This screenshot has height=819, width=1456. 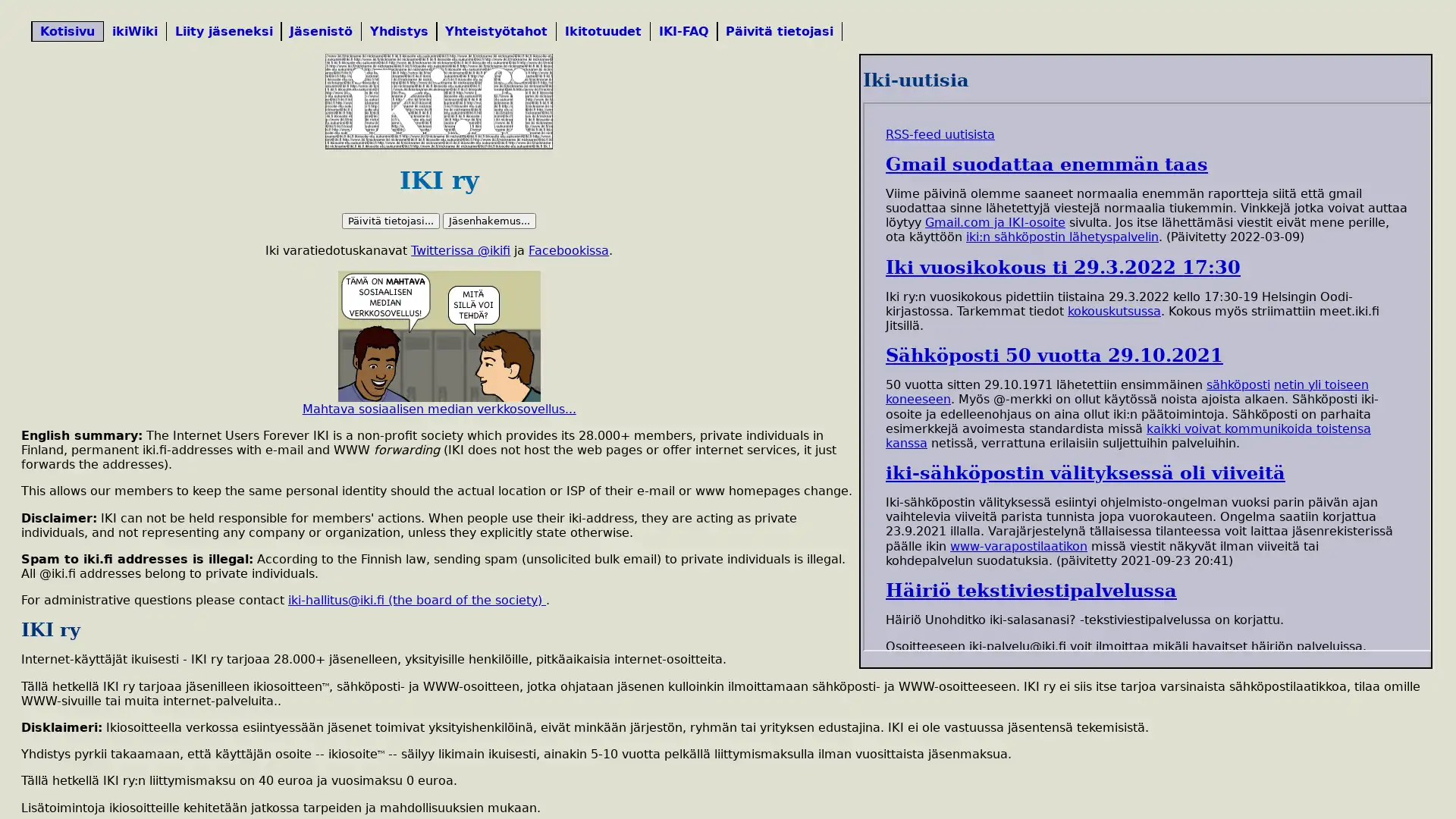 What do you see at coordinates (391, 221) in the screenshot?
I see `Paivita tietojasi...` at bounding box center [391, 221].